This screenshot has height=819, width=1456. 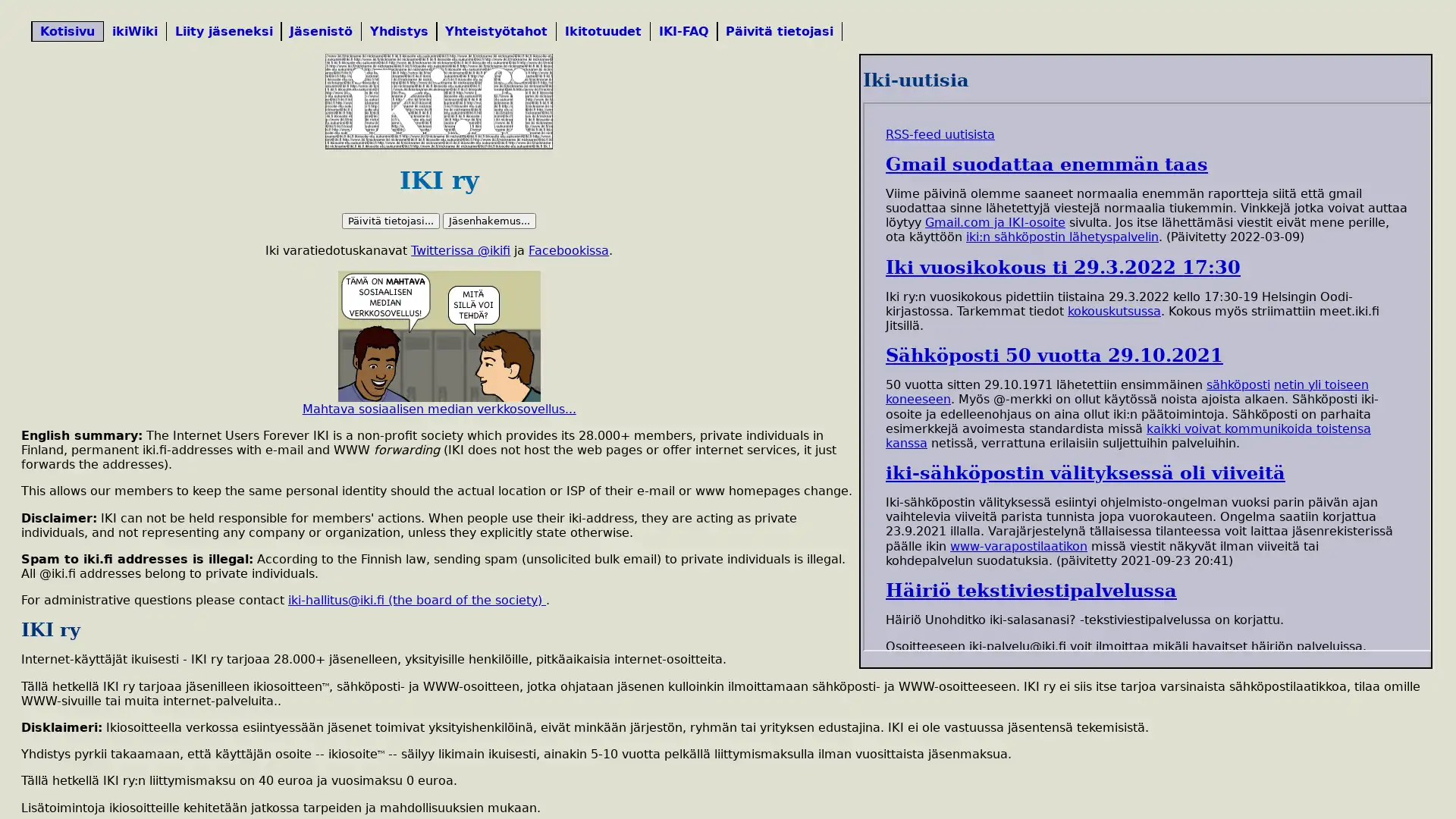 What do you see at coordinates (391, 221) in the screenshot?
I see `Paivita tietojasi...` at bounding box center [391, 221].